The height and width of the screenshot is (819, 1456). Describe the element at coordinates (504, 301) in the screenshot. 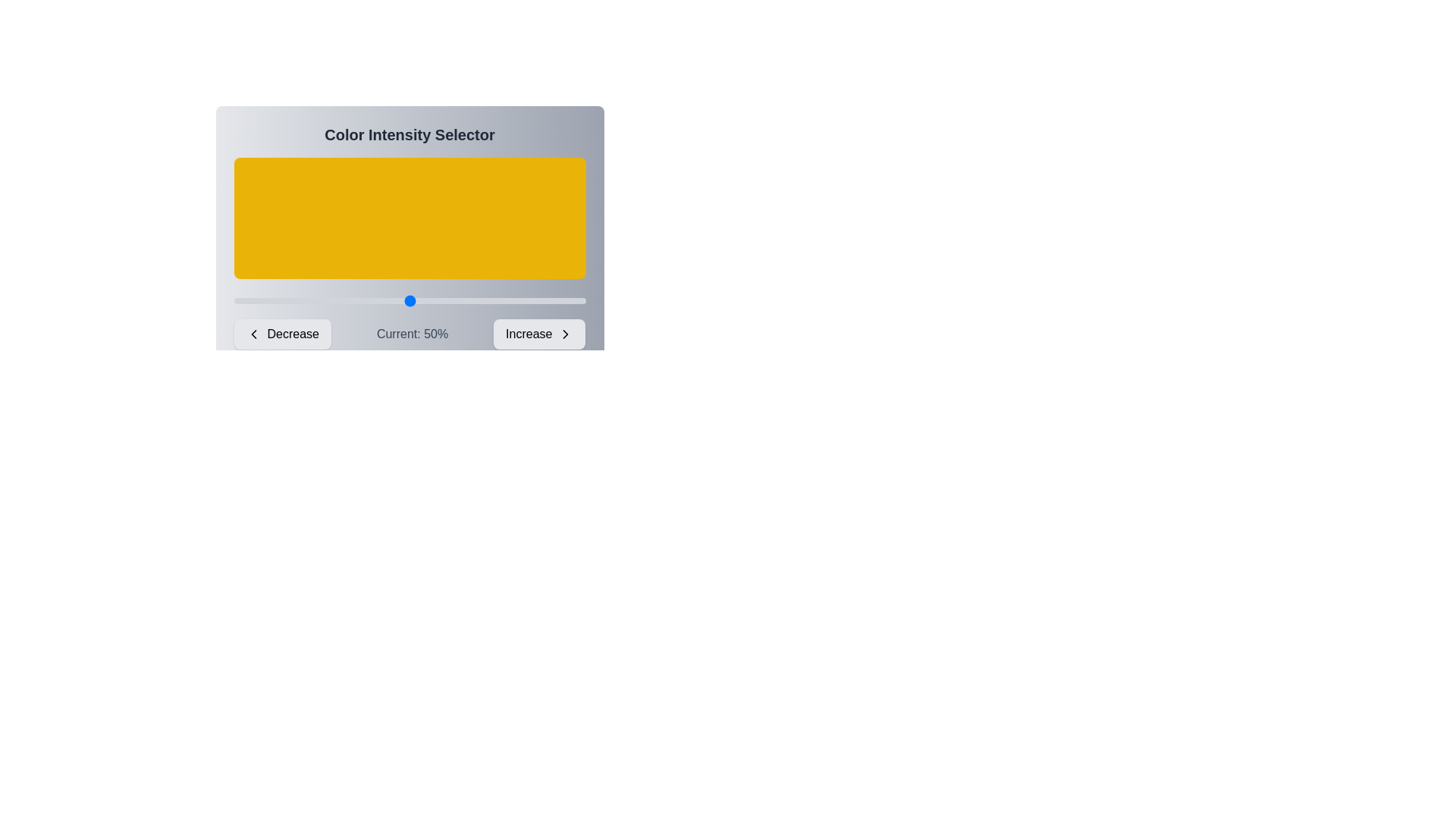

I see `color intensity` at that location.